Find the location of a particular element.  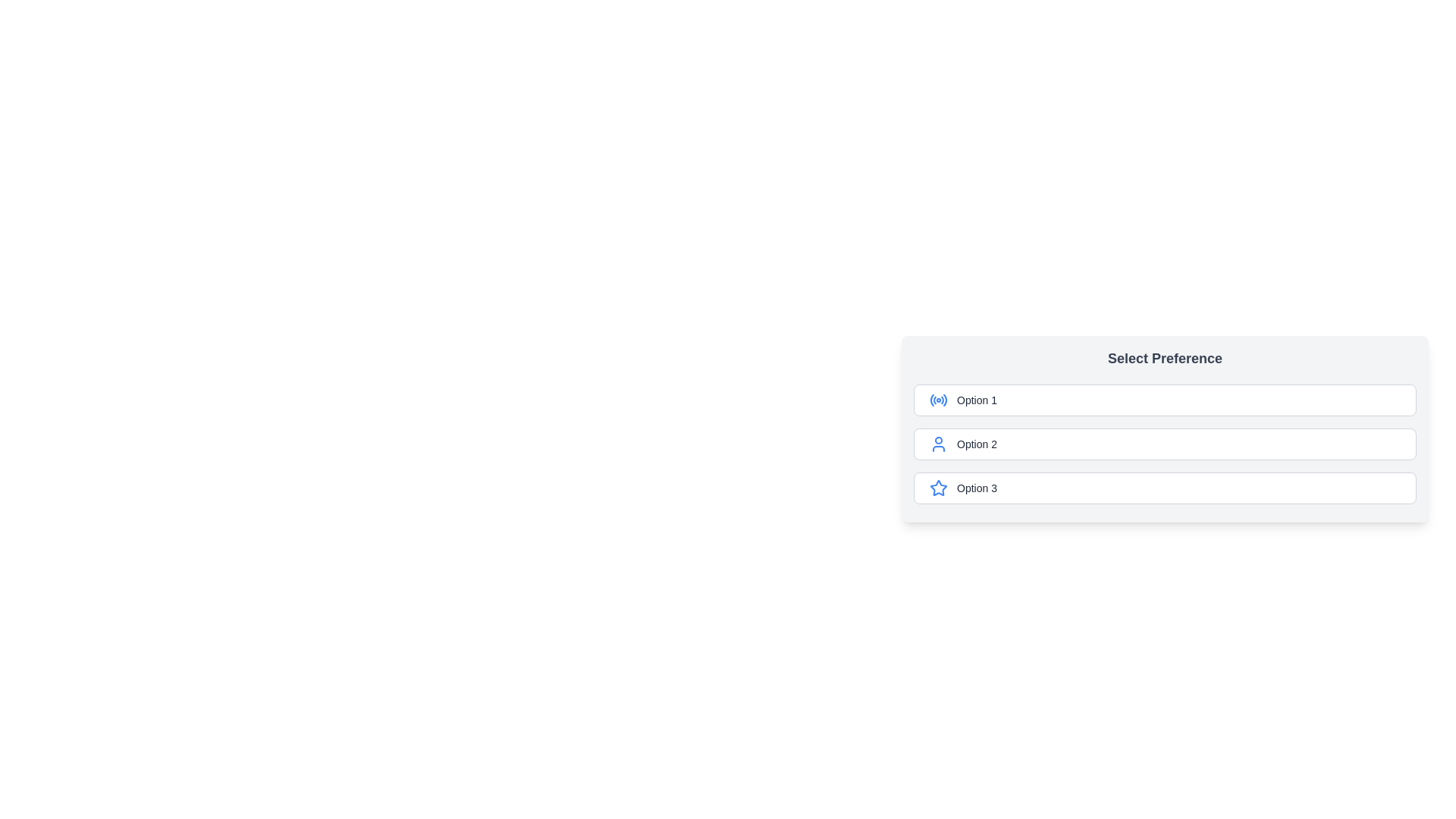

the blue icon styled as a radiating signal symbol inside the selectable box labeled 'Option 1', which is the first option in the vertical list is located at coordinates (938, 400).